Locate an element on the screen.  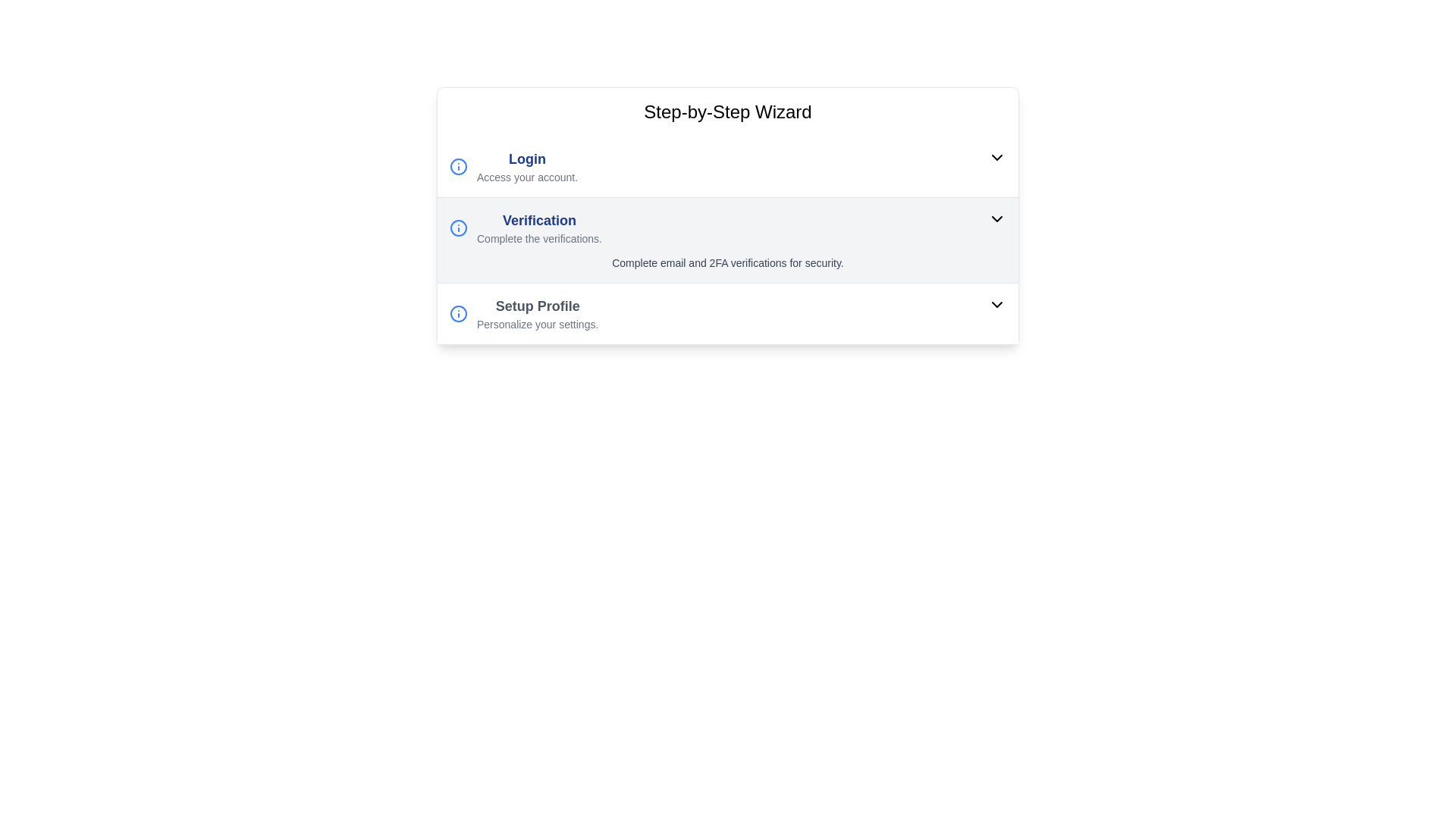
the small triangular-shaped icon pointing downward in the top-right section of the 'Login' interactive card to interact with it is located at coordinates (997, 158).